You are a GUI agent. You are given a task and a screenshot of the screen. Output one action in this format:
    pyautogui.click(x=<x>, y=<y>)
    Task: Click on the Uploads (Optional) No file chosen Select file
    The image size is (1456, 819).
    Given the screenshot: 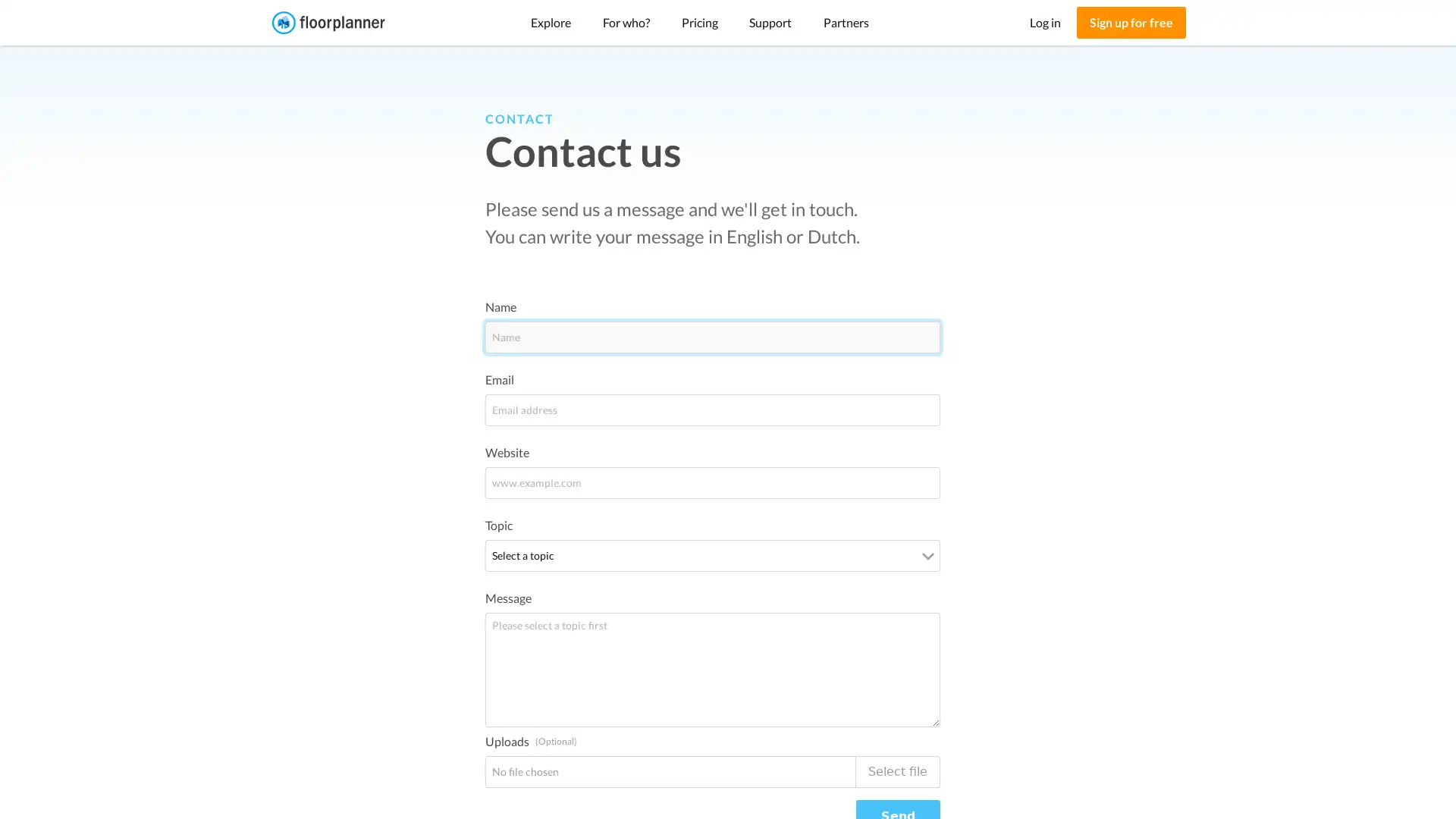 What is the action you would take?
    pyautogui.click(x=712, y=771)
    